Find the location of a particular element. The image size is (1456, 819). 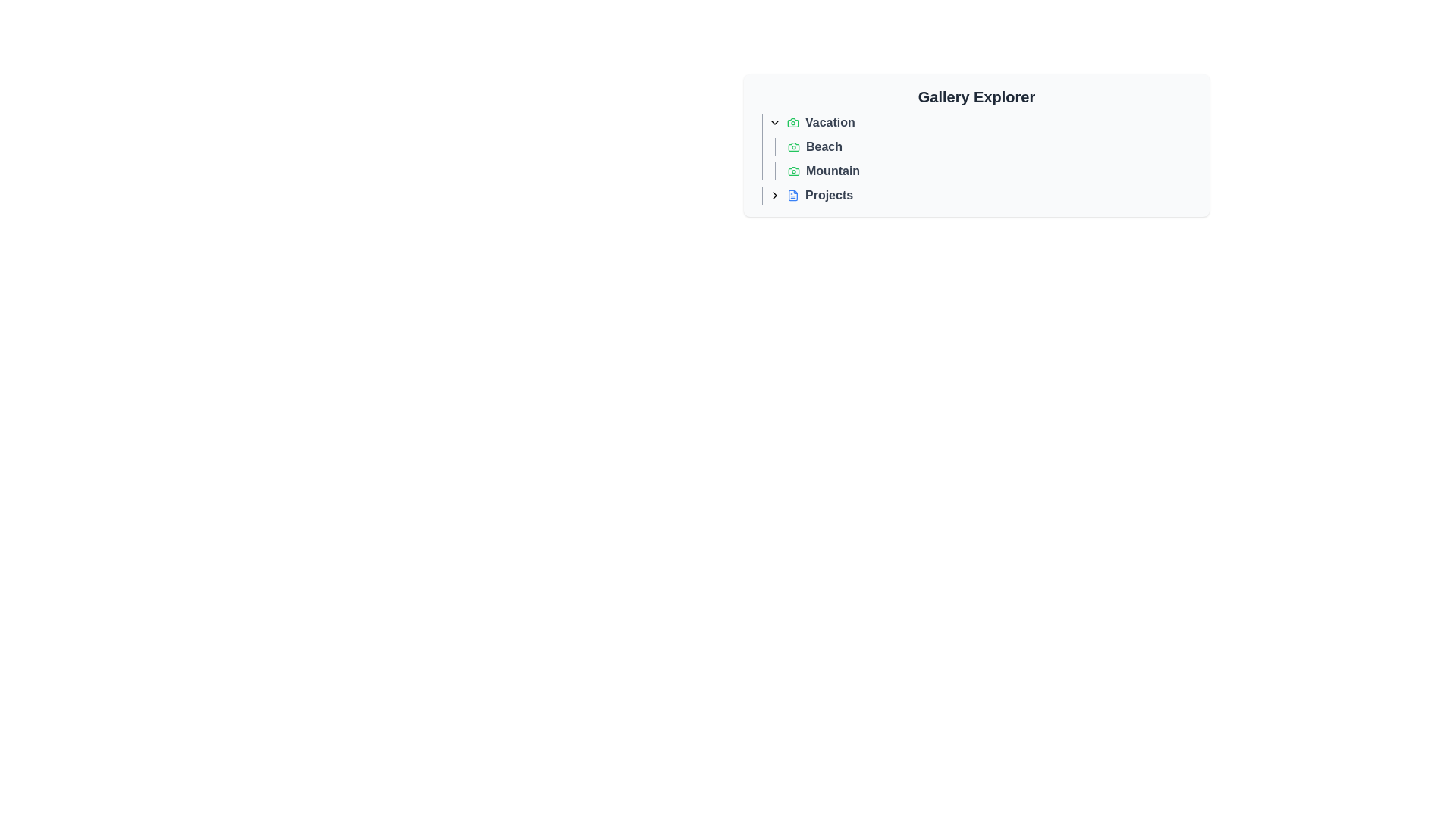

the downward-pointing chevron icon toggle button next to the 'Vacation' label in the 'Gallery Explorer' interface is located at coordinates (775, 122).